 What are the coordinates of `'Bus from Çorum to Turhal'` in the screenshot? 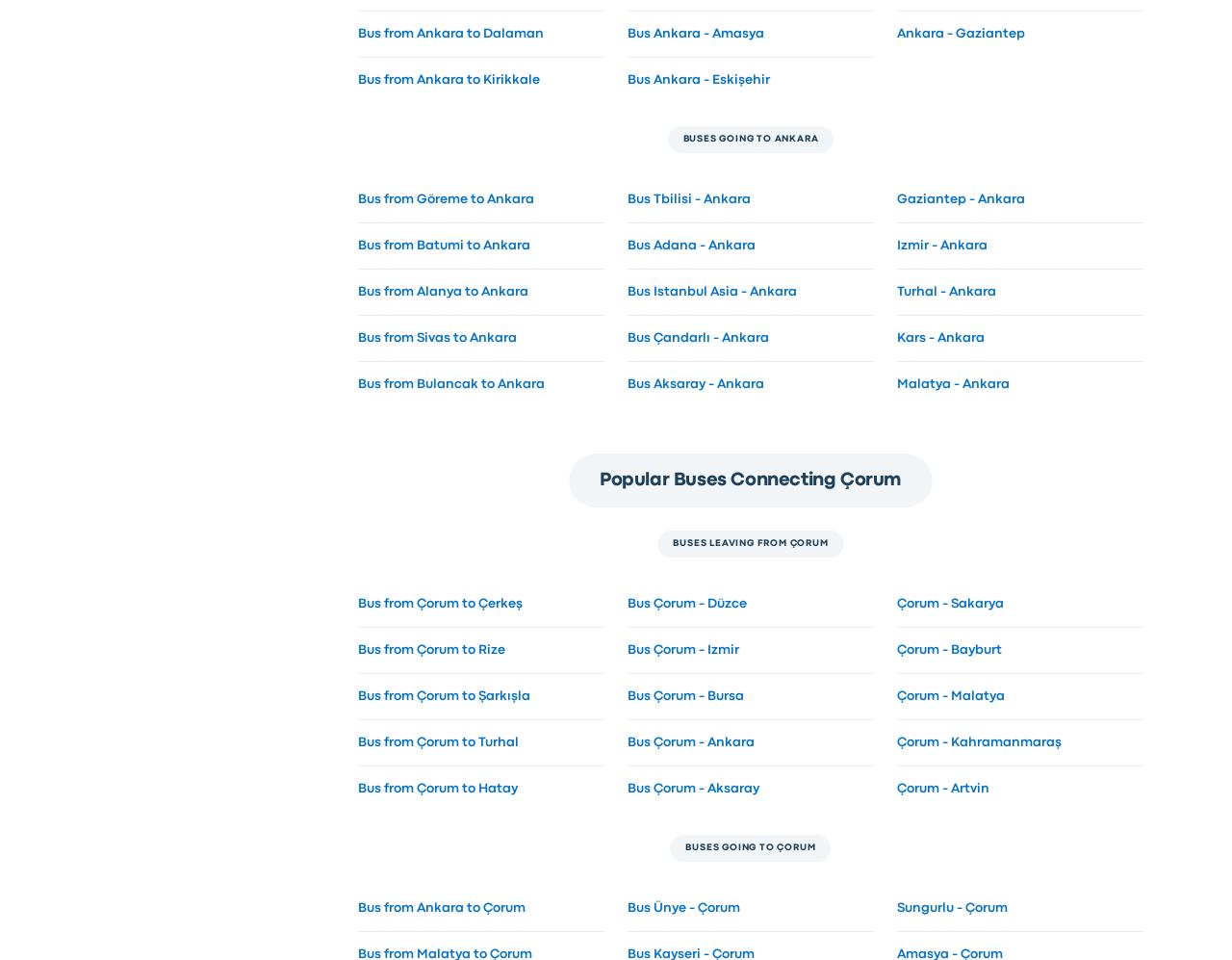 It's located at (436, 740).